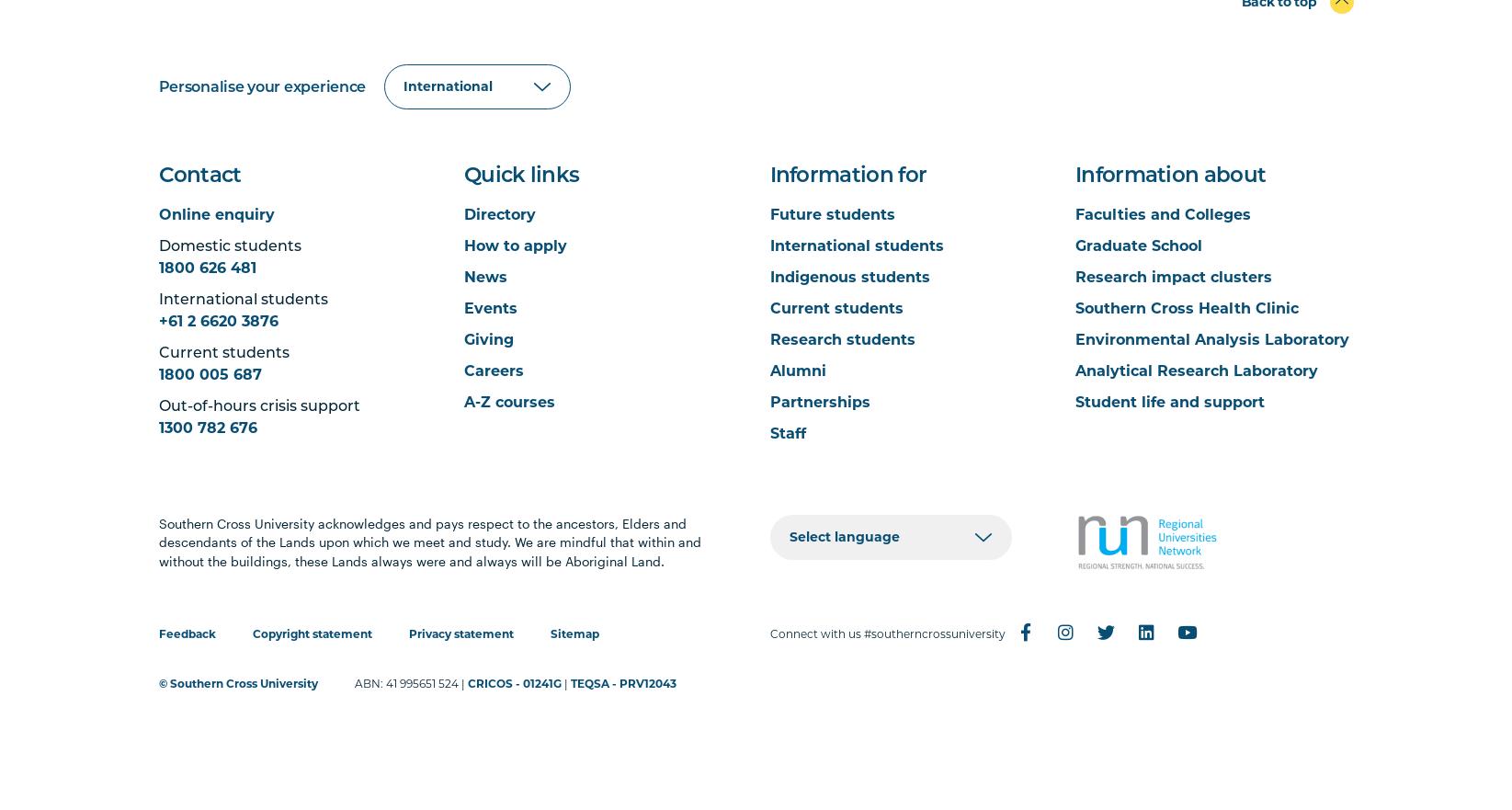 This screenshot has height=810, width=1512. I want to click on 'Contact', so click(198, 175).